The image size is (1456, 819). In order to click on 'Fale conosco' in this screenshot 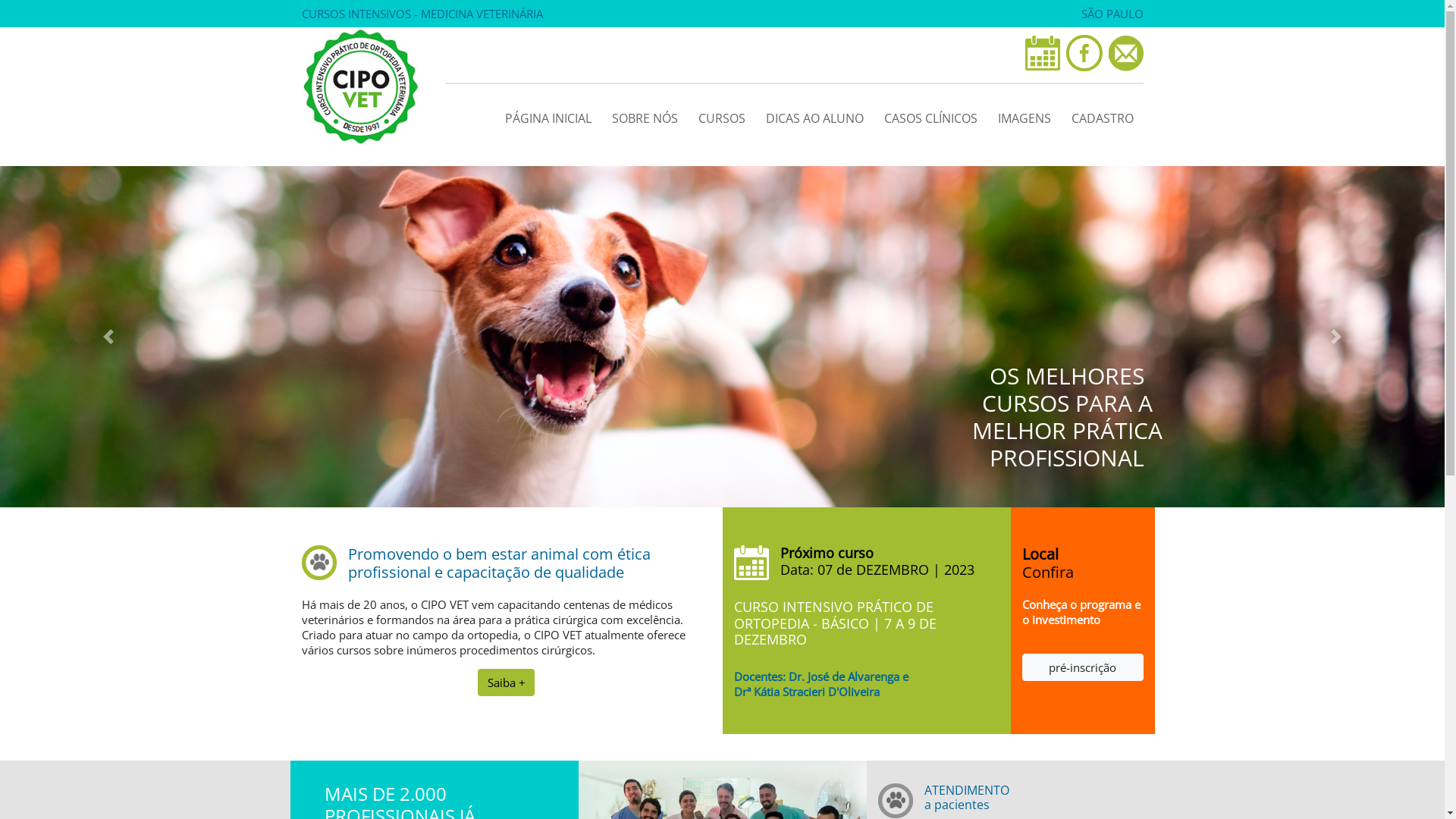, I will do `click(1125, 52)`.